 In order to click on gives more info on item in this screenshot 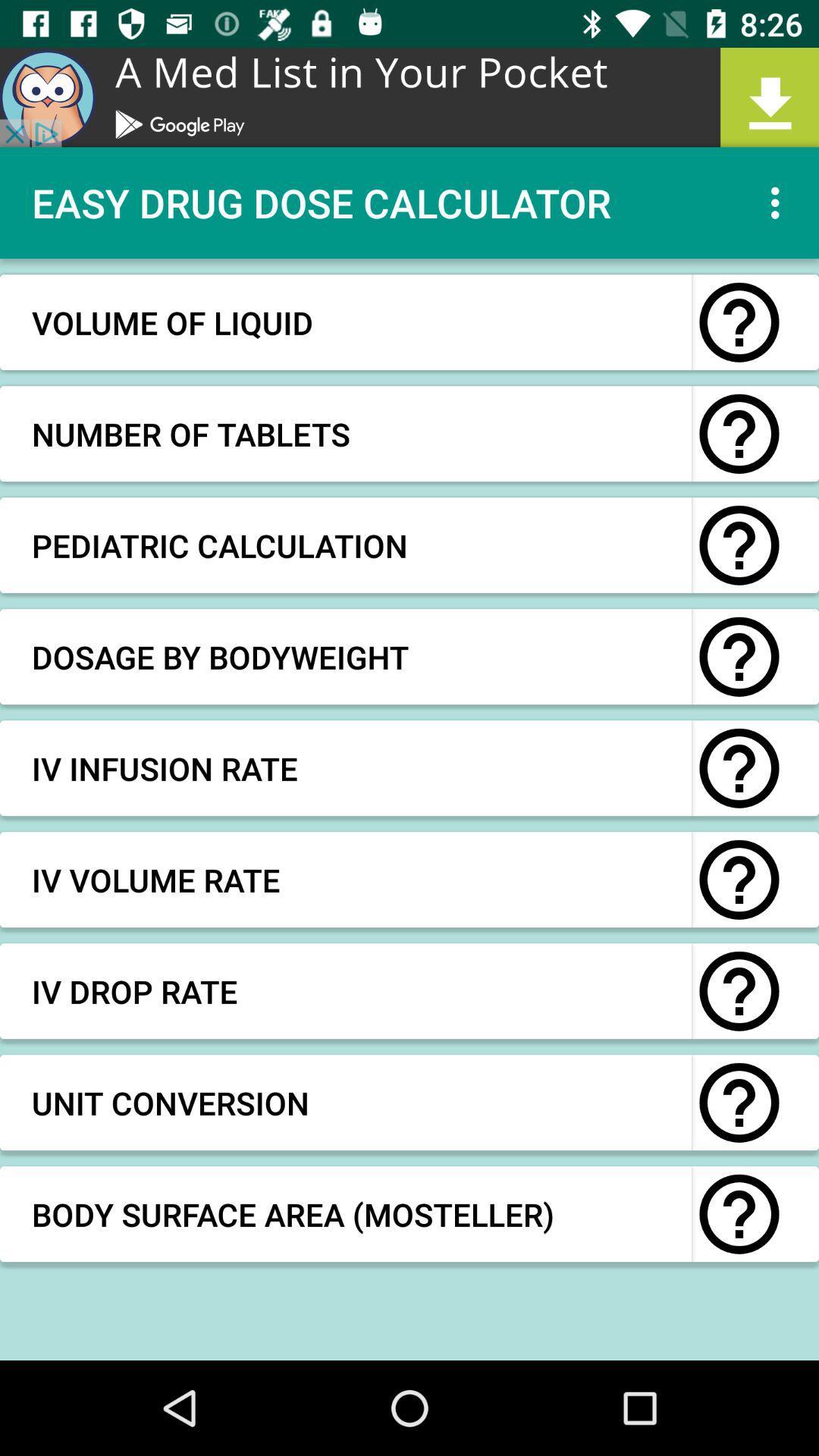, I will do `click(739, 322)`.